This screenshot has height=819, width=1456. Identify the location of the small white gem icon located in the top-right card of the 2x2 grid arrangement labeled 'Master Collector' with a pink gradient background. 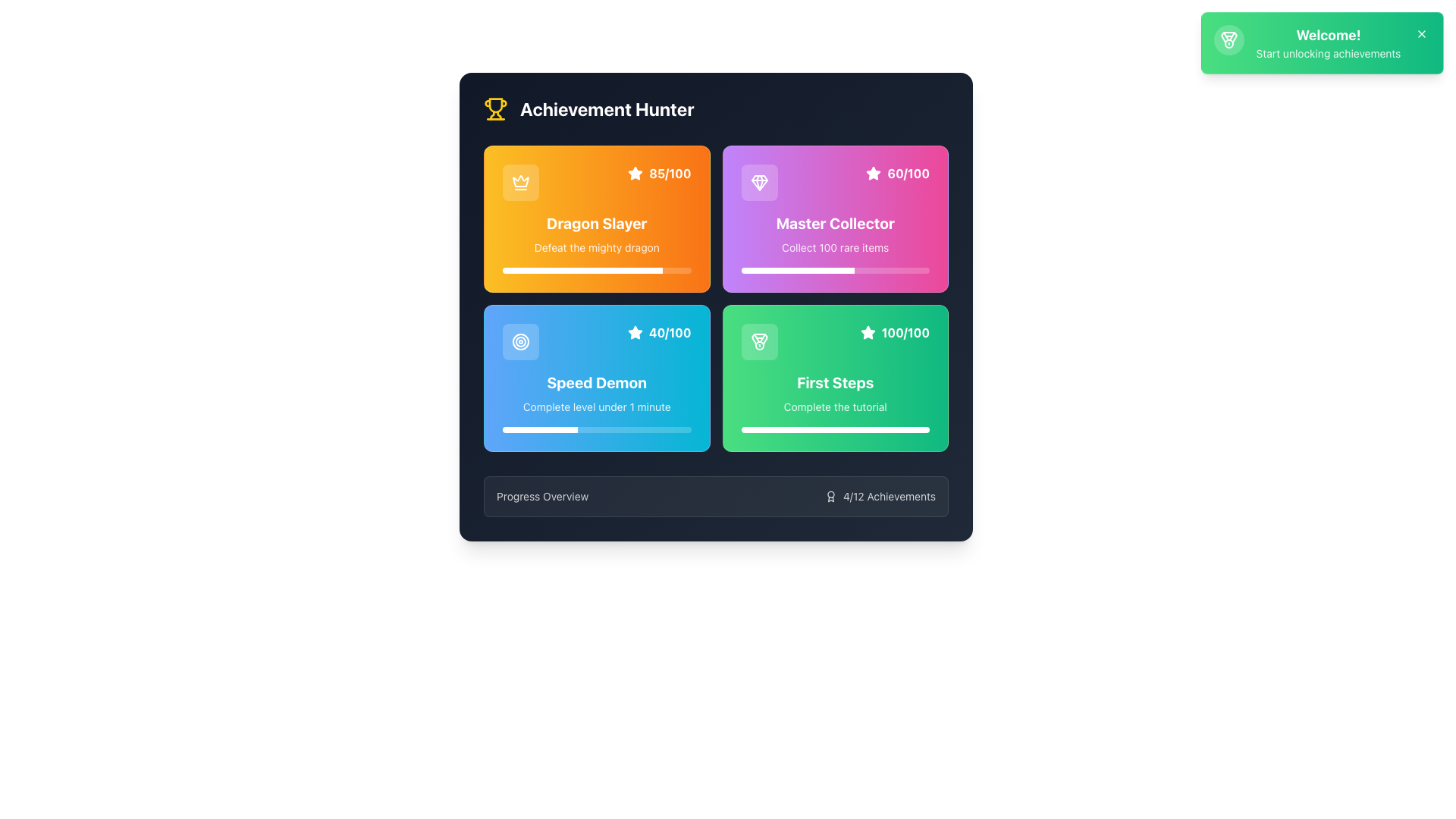
(759, 181).